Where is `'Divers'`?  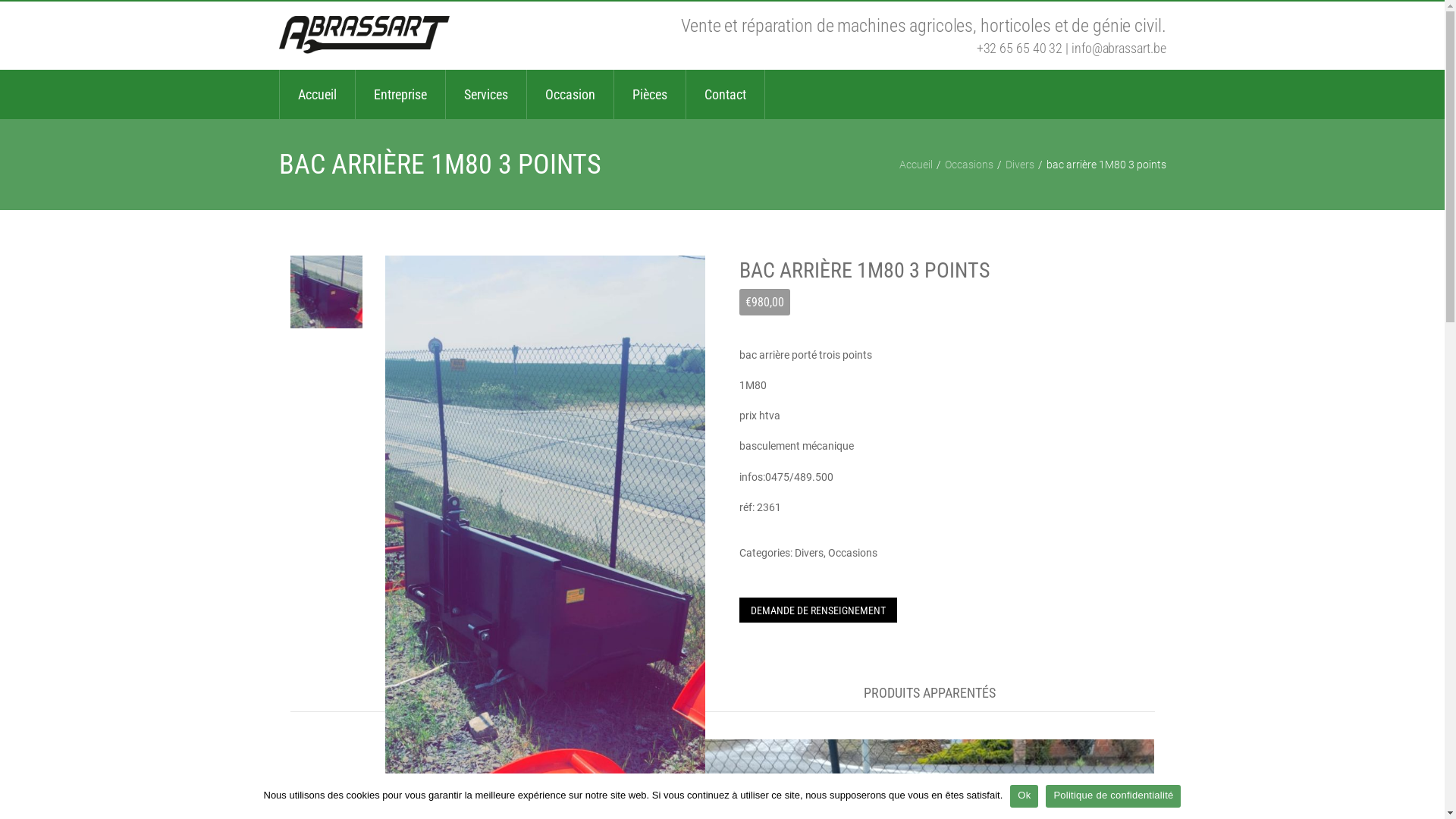
'Divers' is located at coordinates (1019, 164).